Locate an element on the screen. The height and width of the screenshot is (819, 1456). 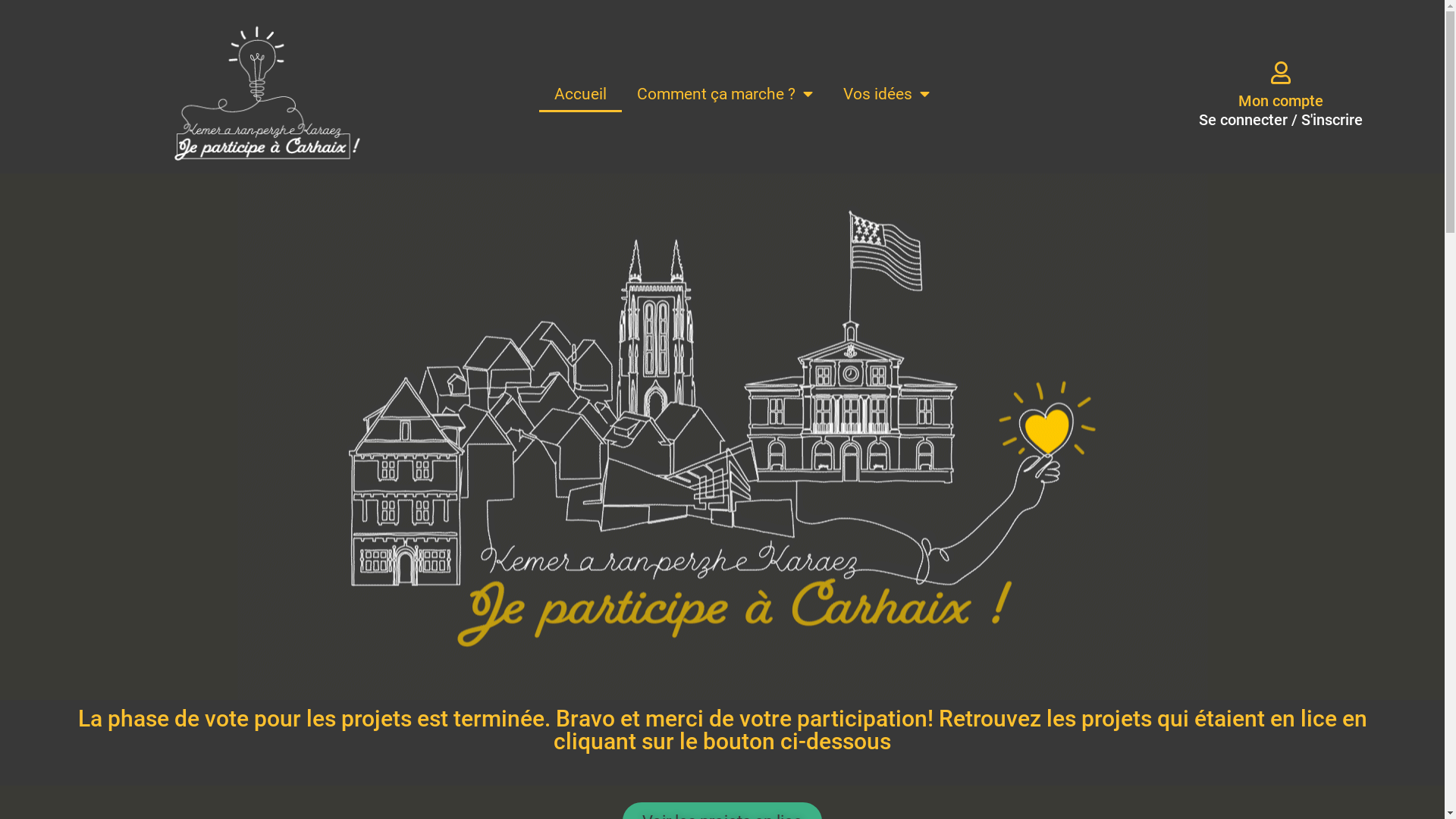
'Mon compte' is located at coordinates (1238, 100).